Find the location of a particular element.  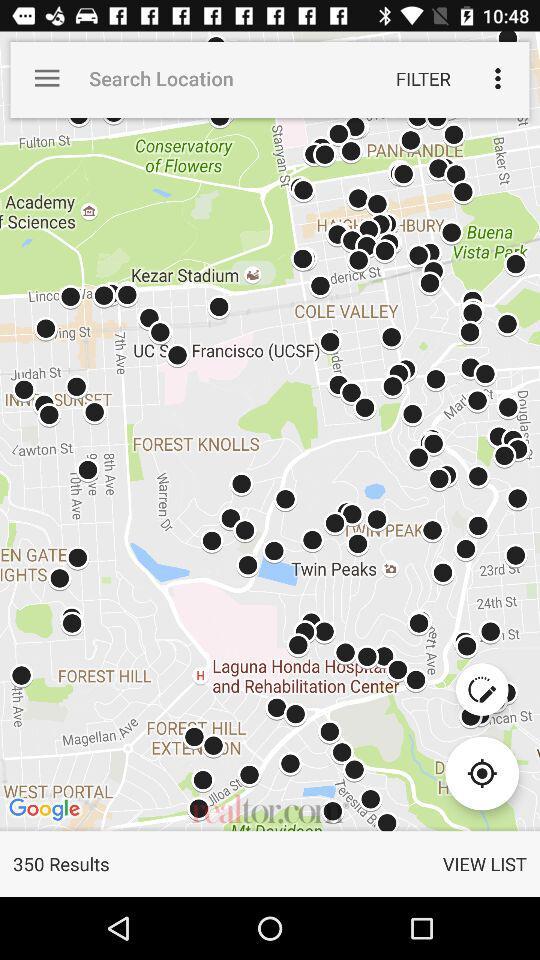

the edit icon is located at coordinates (481, 689).